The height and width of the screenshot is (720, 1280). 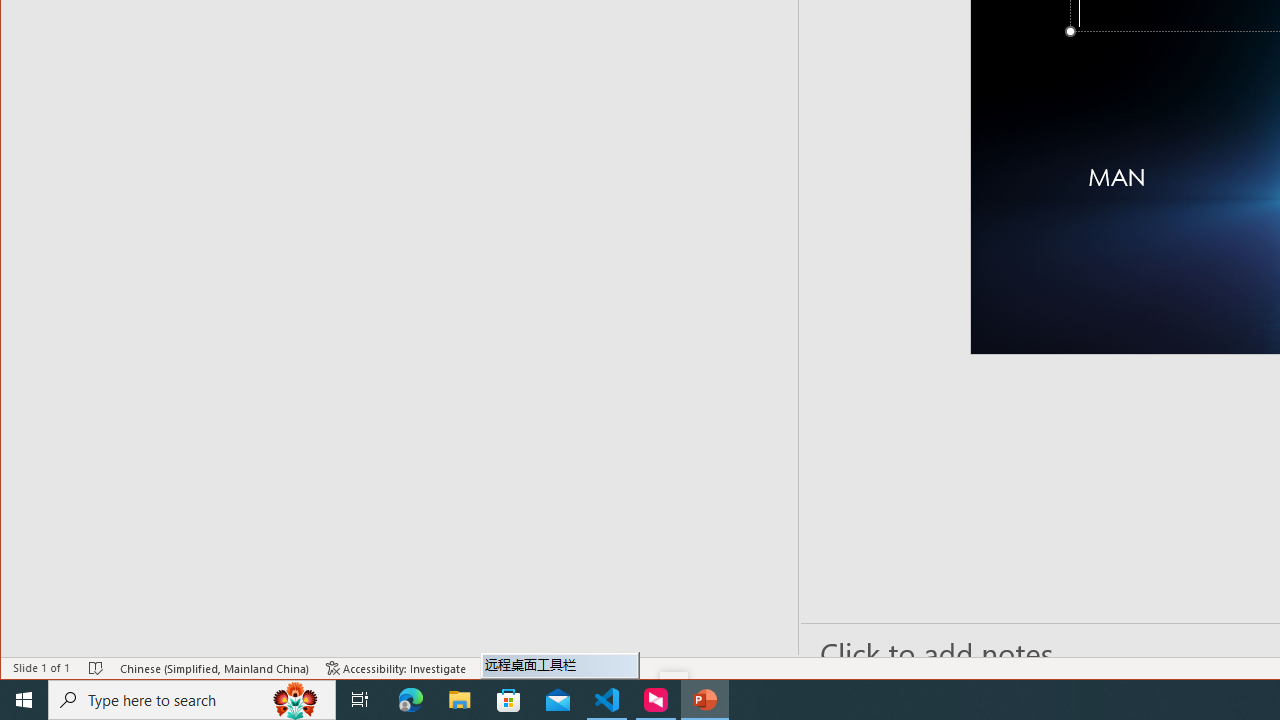 What do you see at coordinates (459, 698) in the screenshot?
I see `'File Explorer'` at bounding box center [459, 698].